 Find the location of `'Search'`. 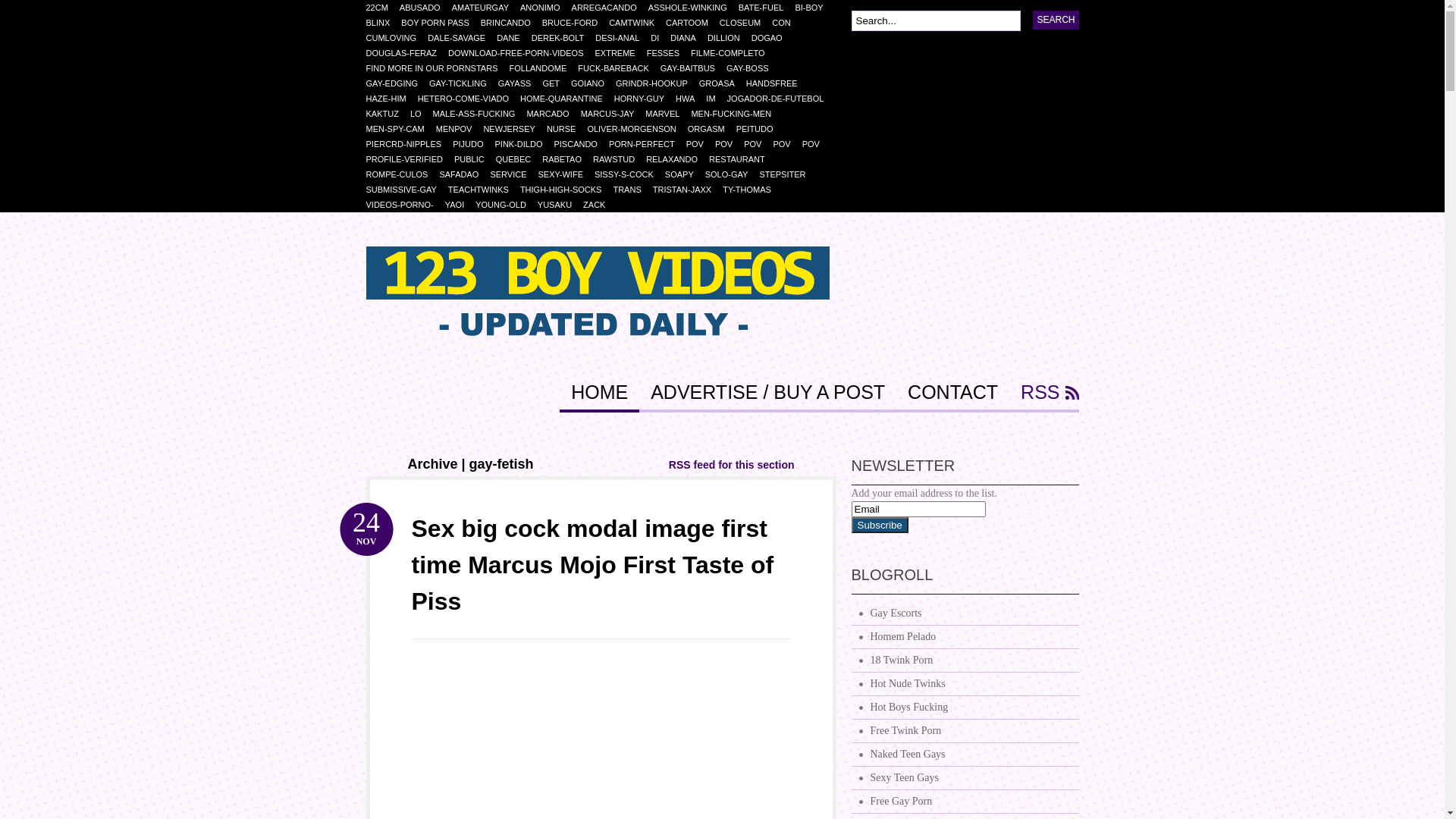

'Search' is located at coordinates (1055, 20).